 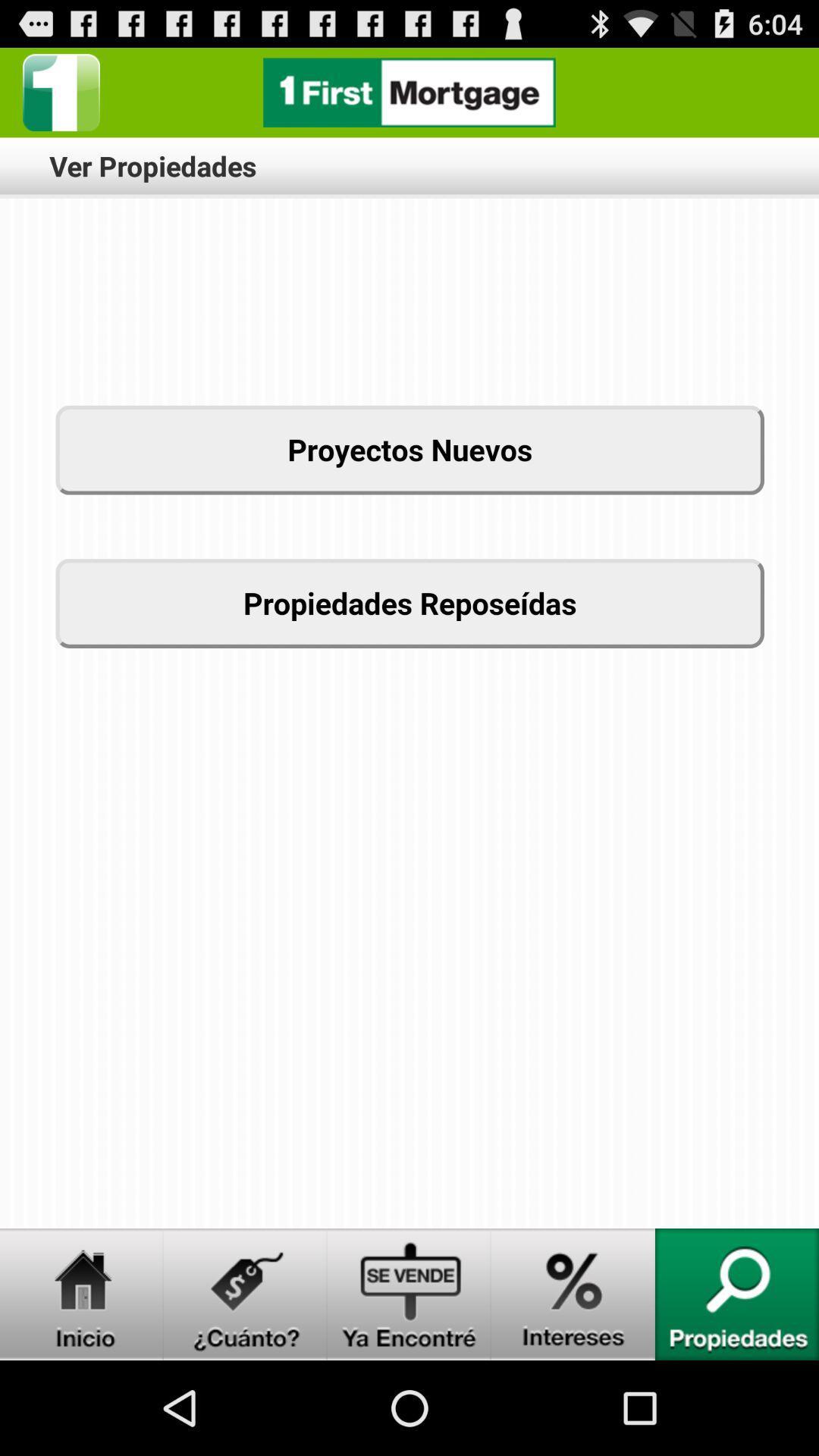 What do you see at coordinates (736, 1294) in the screenshot?
I see `search` at bounding box center [736, 1294].